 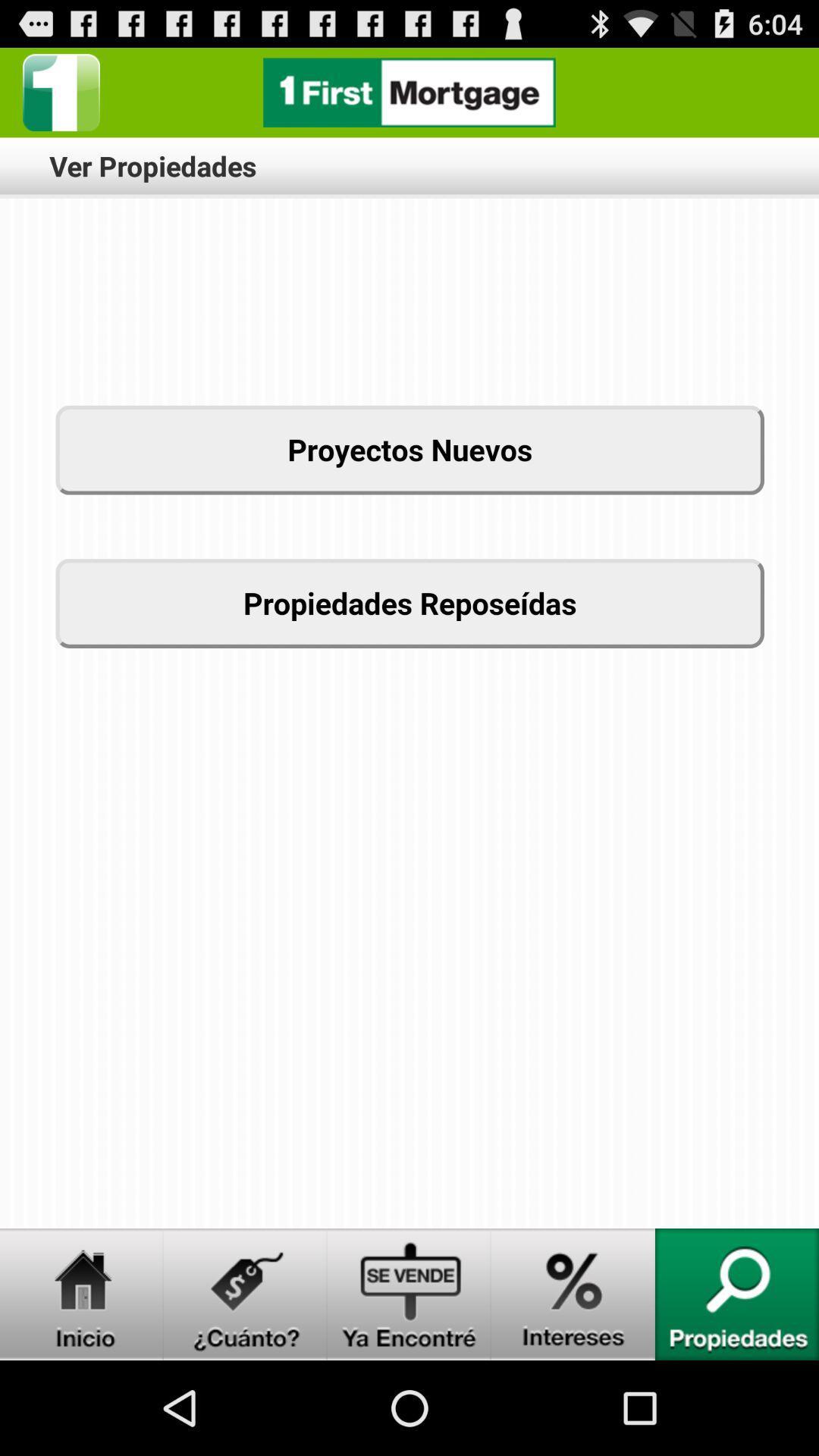 What do you see at coordinates (736, 1294) in the screenshot?
I see `search` at bounding box center [736, 1294].